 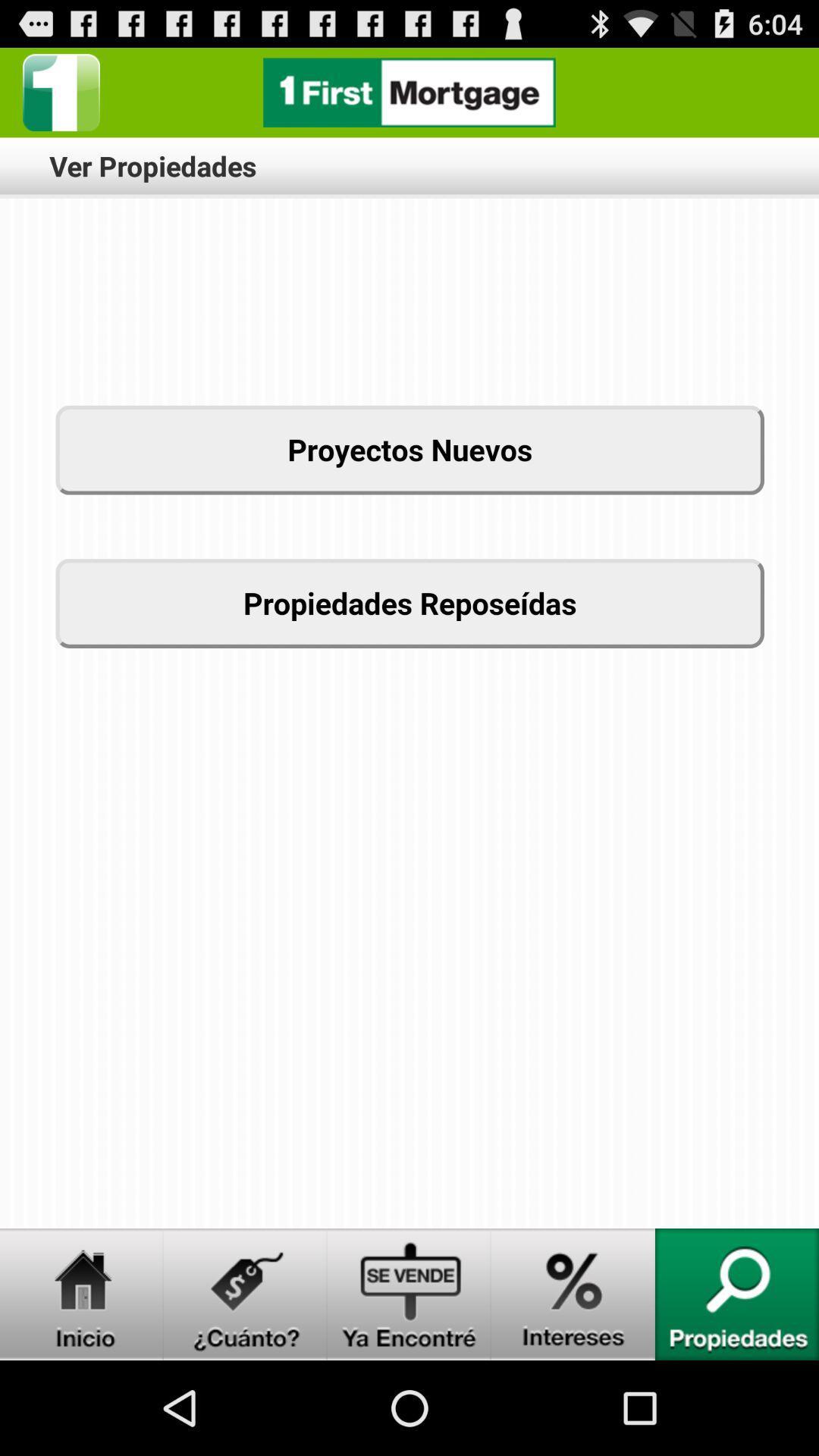 What do you see at coordinates (736, 1294) in the screenshot?
I see `search` at bounding box center [736, 1294].